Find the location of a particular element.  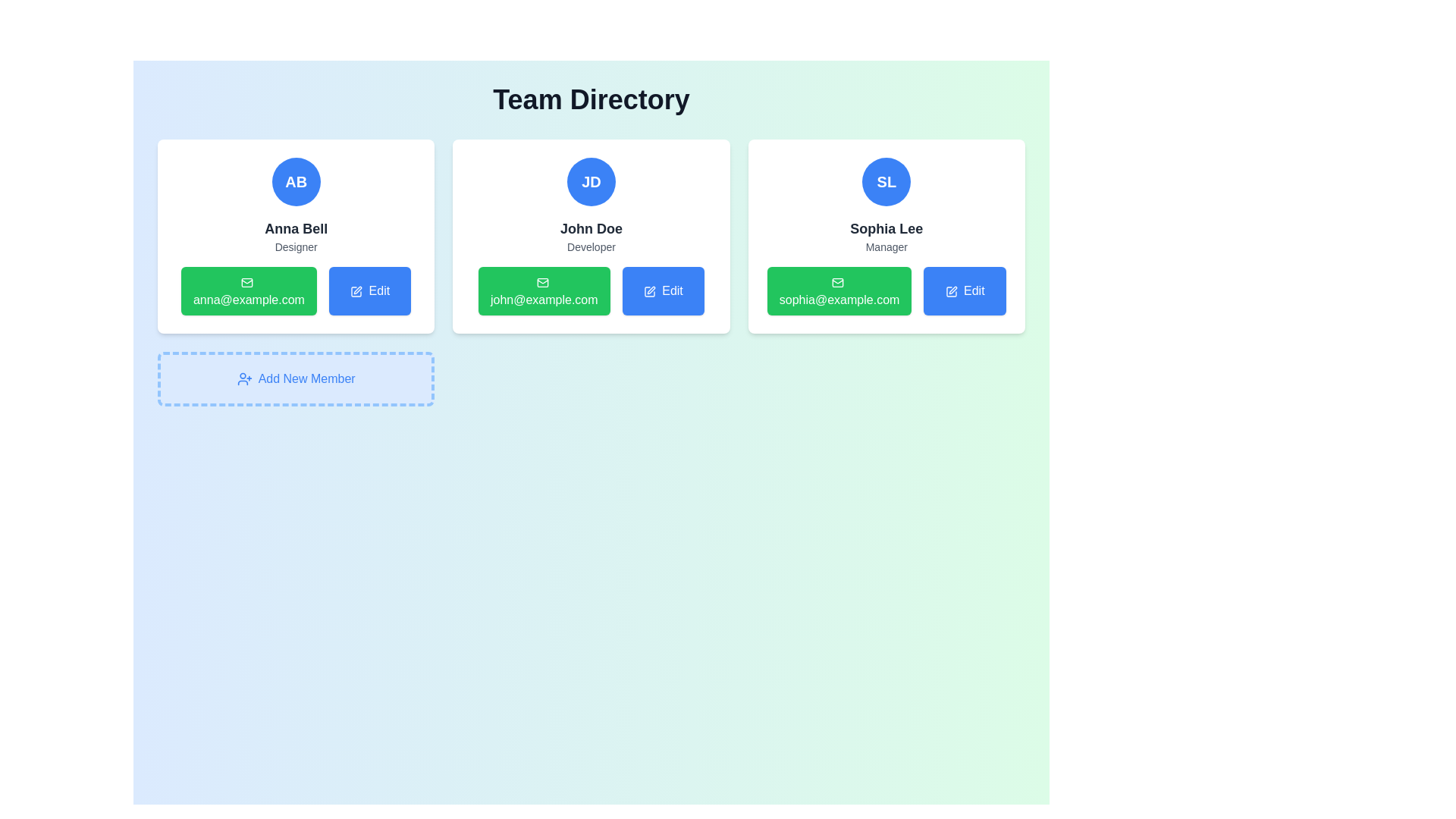

keyboard navigation is located at coordinates (964, 291).